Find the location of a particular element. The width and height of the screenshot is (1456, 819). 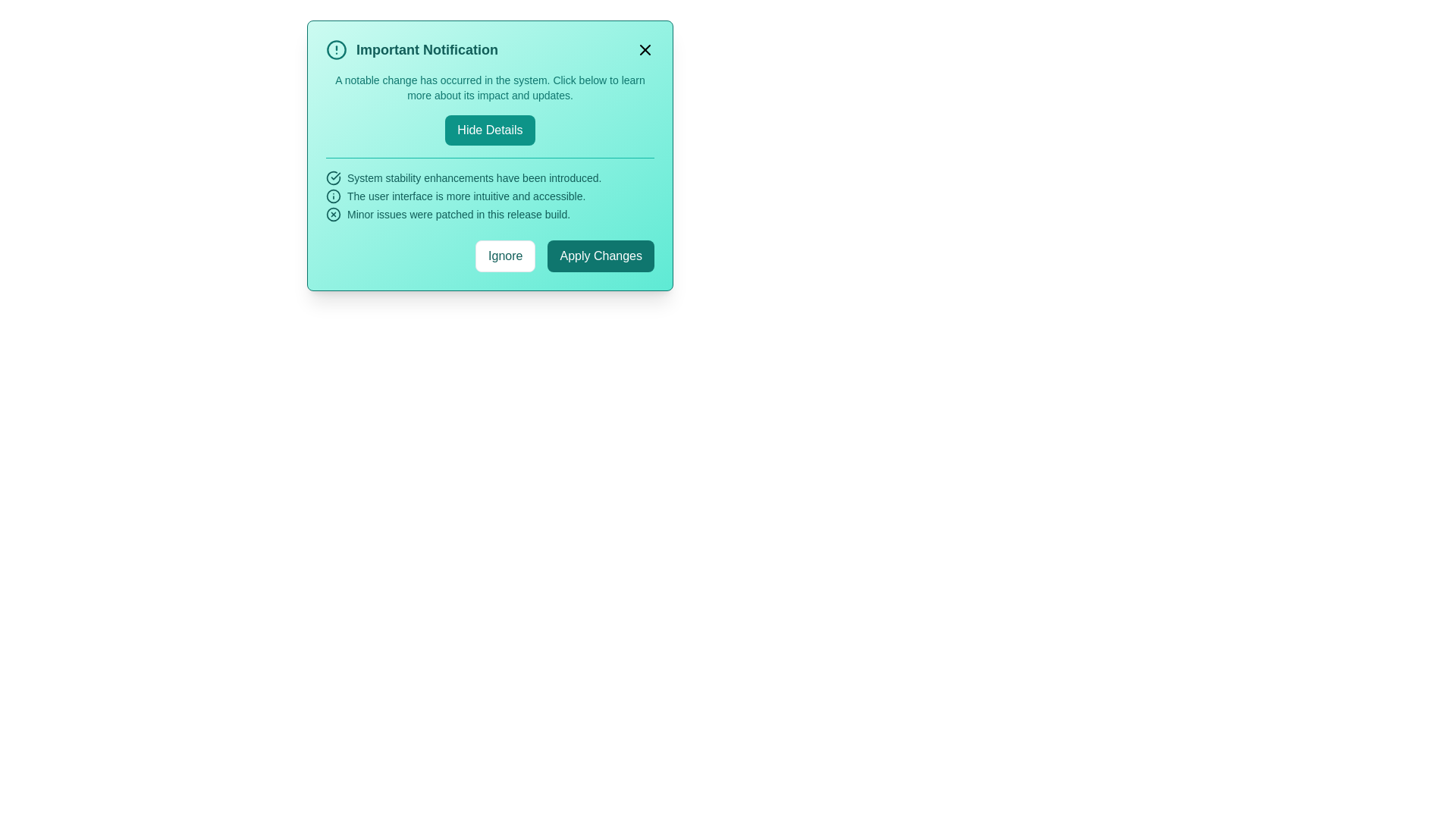

the icon located to the left of the text 'The user interface is more intuitive and accessible.' which serves as a visual indicator for associated messages is located at coordinates (333, 195).